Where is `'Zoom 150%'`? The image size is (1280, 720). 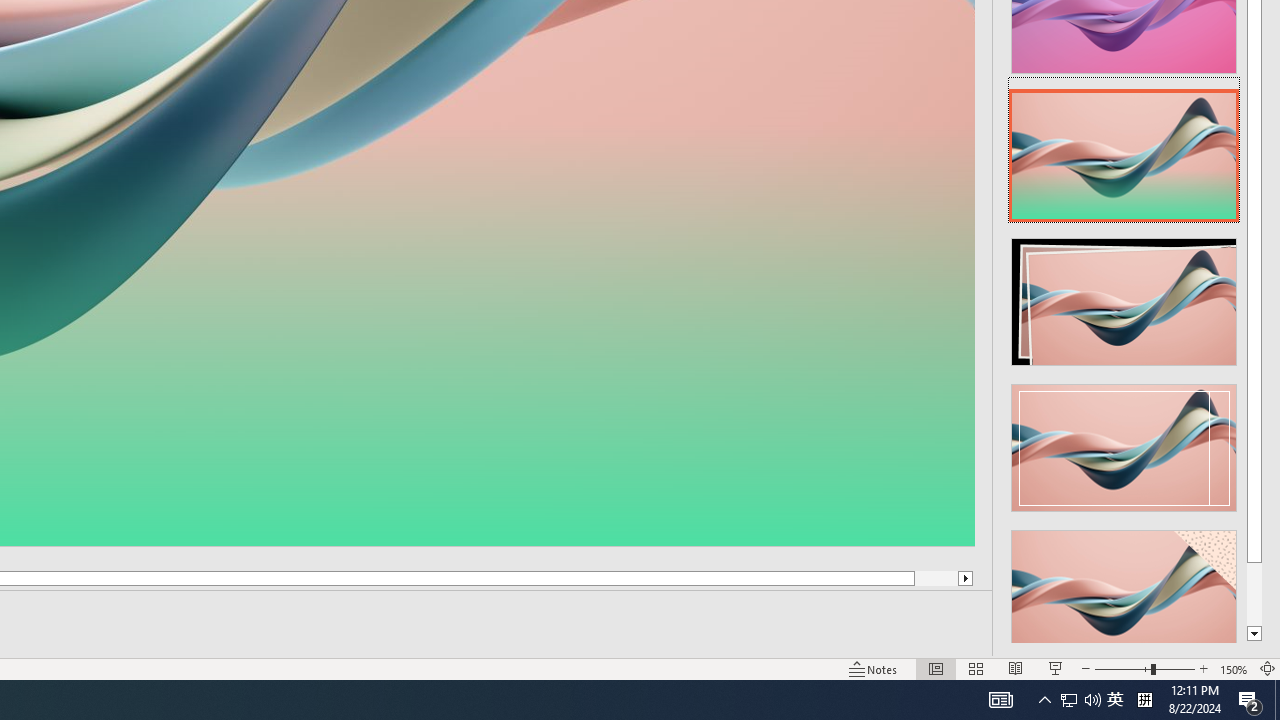 'Zoom 150%' is located at coordinates (1233, 669).